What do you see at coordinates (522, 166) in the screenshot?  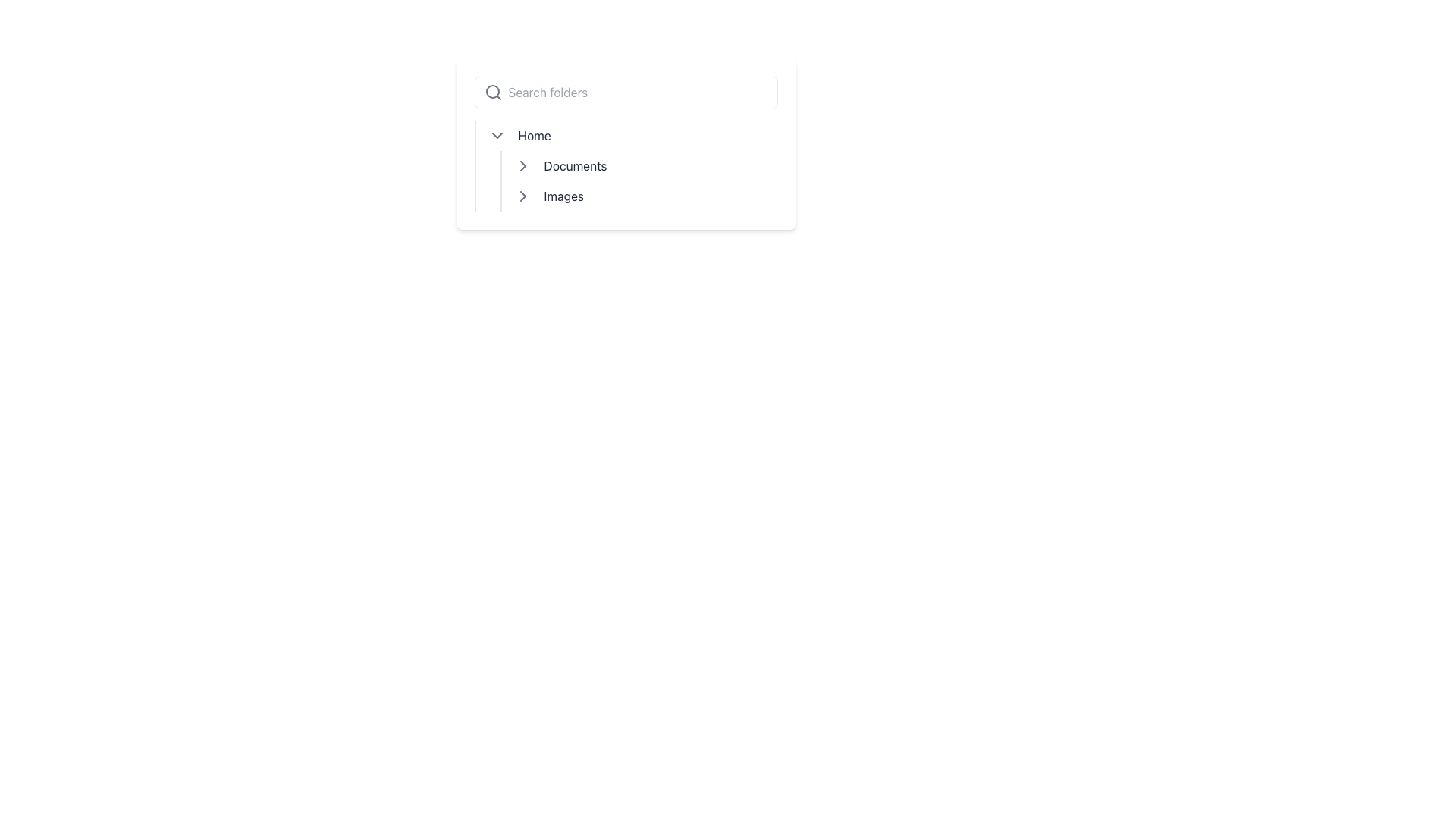 I see `the left-chevron icon located to the left of the 'Documents' label` at bounding box center [522, 166].